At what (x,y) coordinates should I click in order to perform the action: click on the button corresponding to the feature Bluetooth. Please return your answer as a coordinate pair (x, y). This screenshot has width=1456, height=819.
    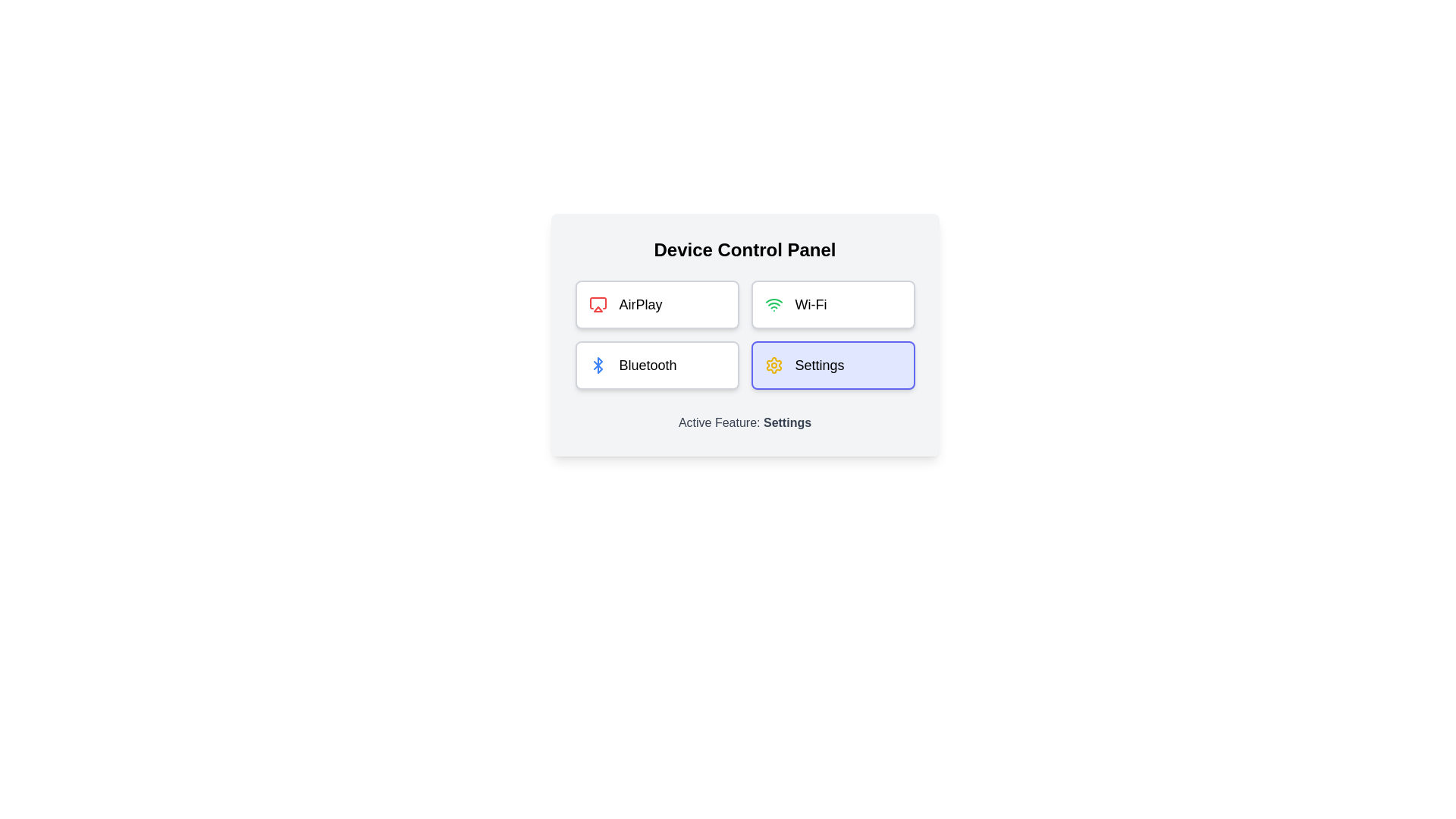
    Looking at the image, I should click on (657, 366).